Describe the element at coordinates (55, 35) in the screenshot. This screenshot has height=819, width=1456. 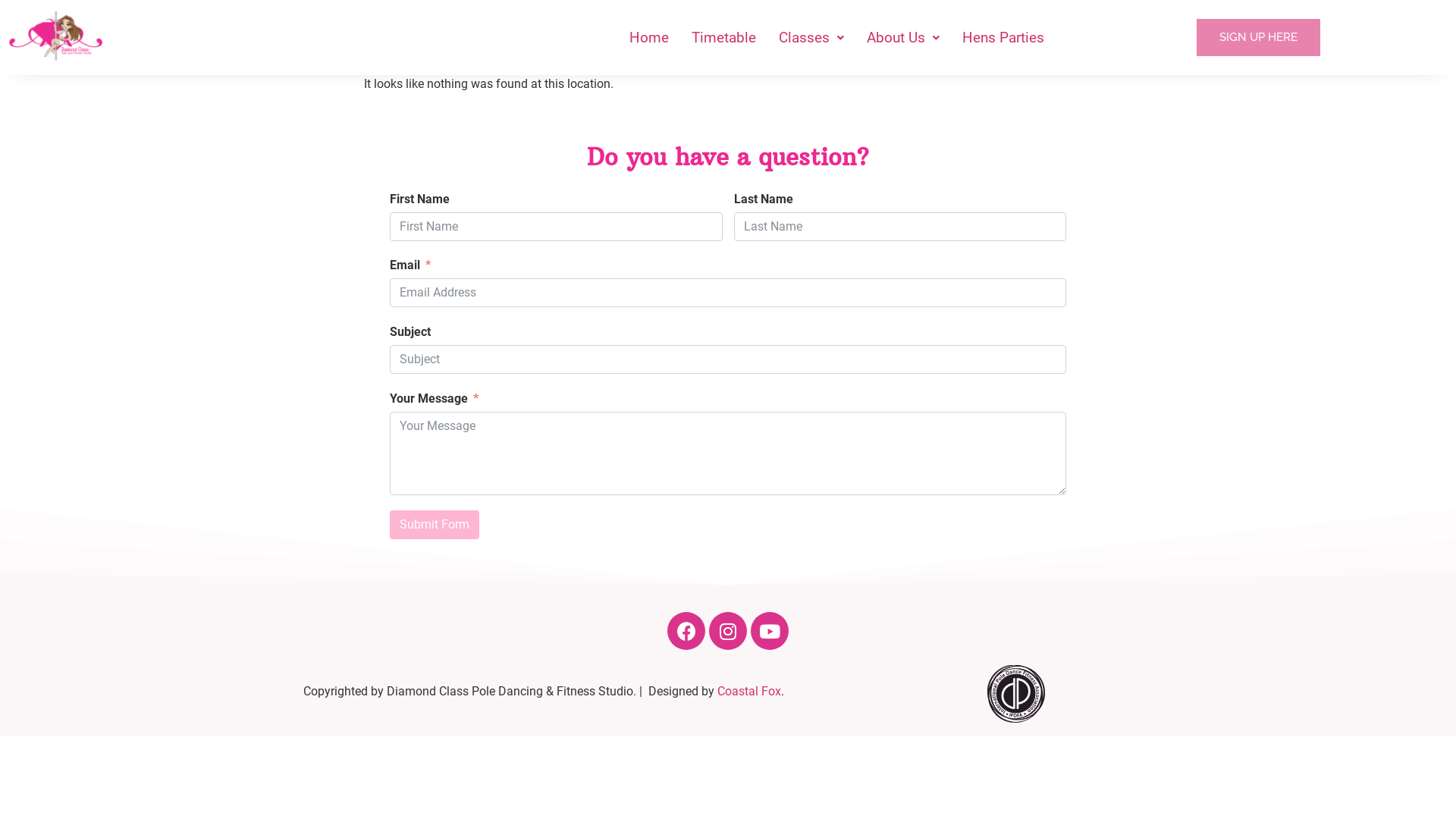
I see `'Diamond Class Pole and Fitness Studio Hobart'` at that location.